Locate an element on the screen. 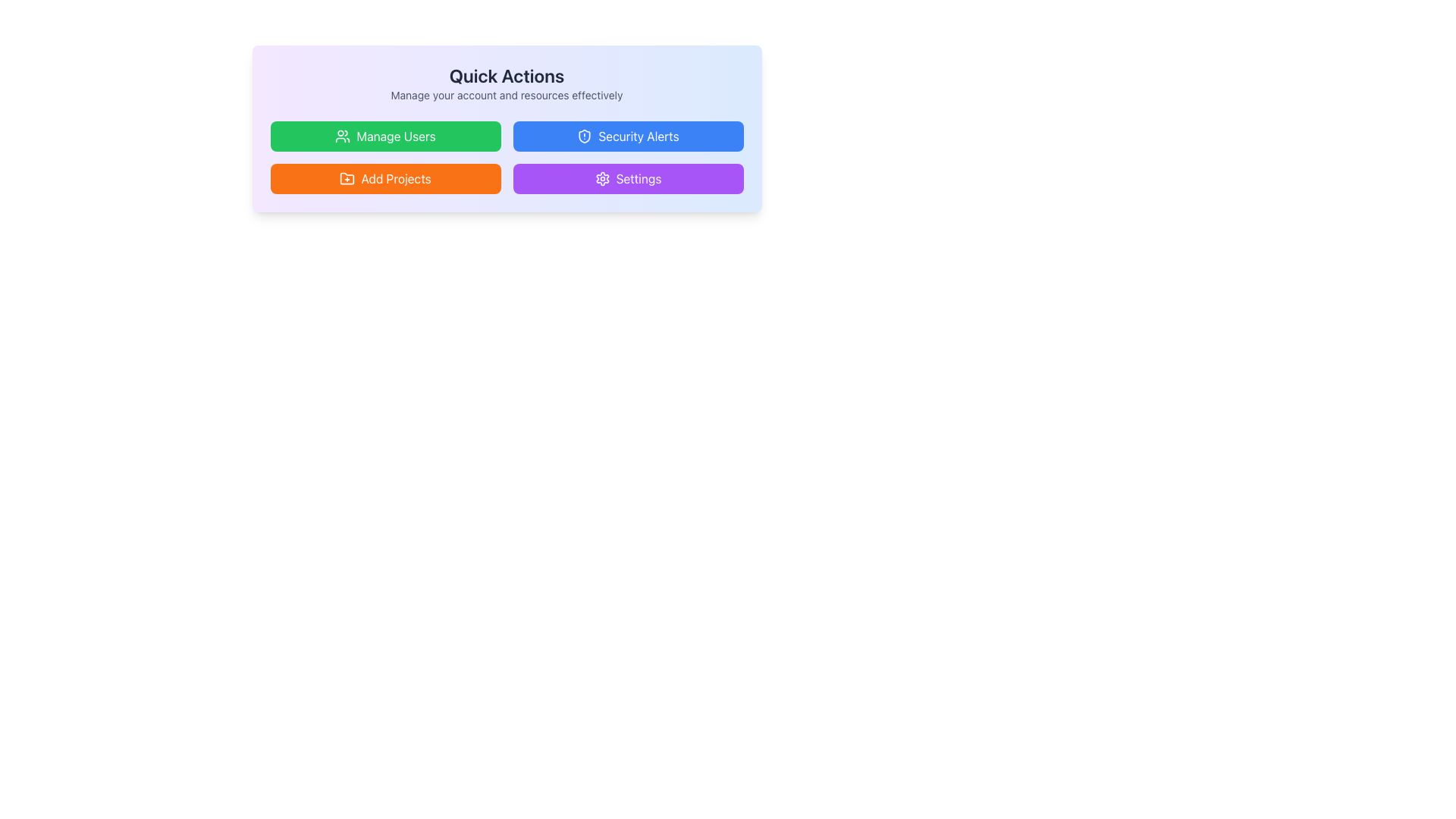 Image resolution: width=1456 pixels, height=819 pixels. the Grid of Buttons located in the middle of the card with a light gradient background is located at coordinates (507, 158).